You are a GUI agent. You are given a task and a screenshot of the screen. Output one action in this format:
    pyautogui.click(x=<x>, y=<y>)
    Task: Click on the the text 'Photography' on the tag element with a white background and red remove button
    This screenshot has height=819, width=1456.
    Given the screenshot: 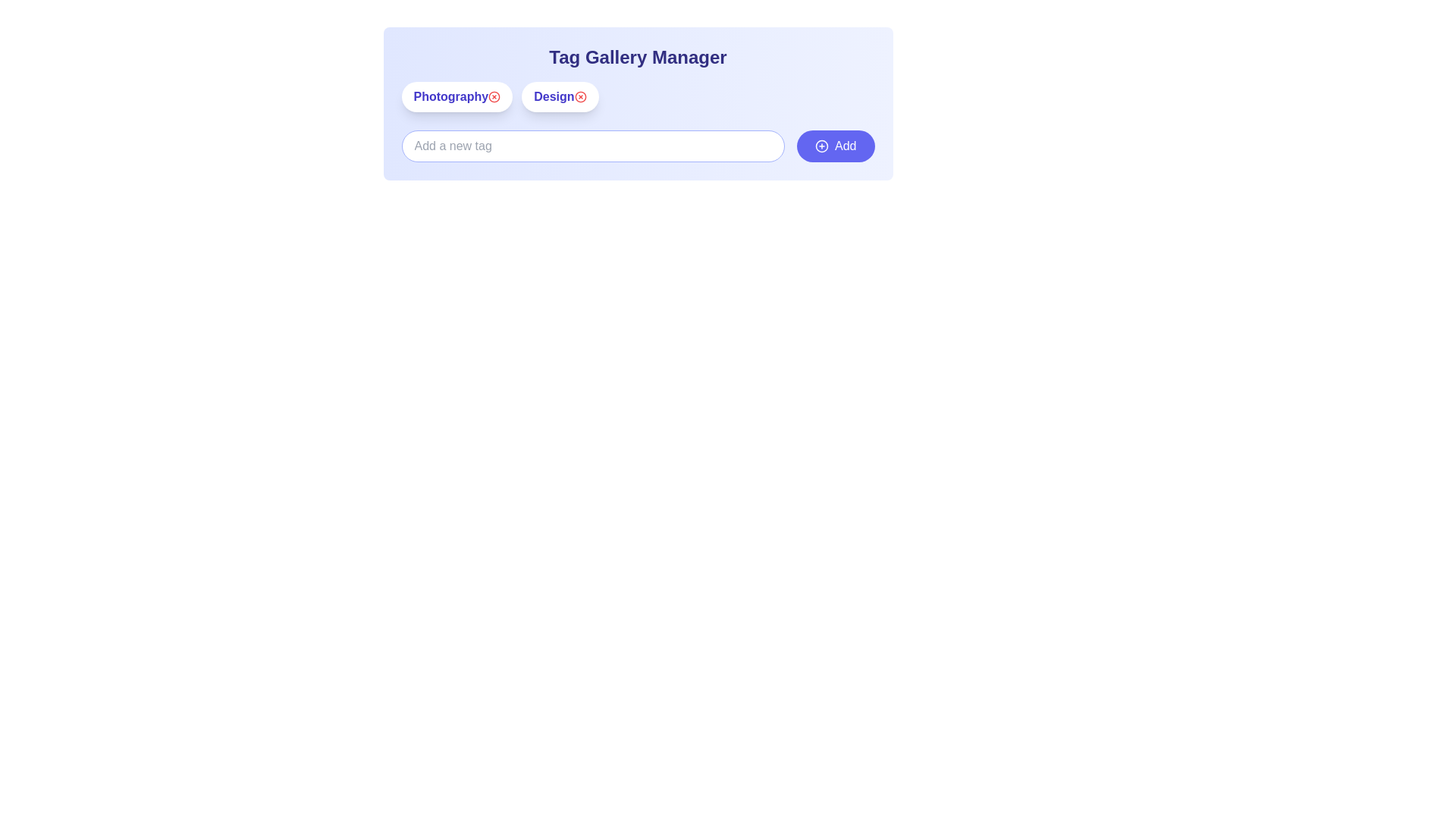 What is the action you would take?
    pyautogui.click(x=456, y=96)
    